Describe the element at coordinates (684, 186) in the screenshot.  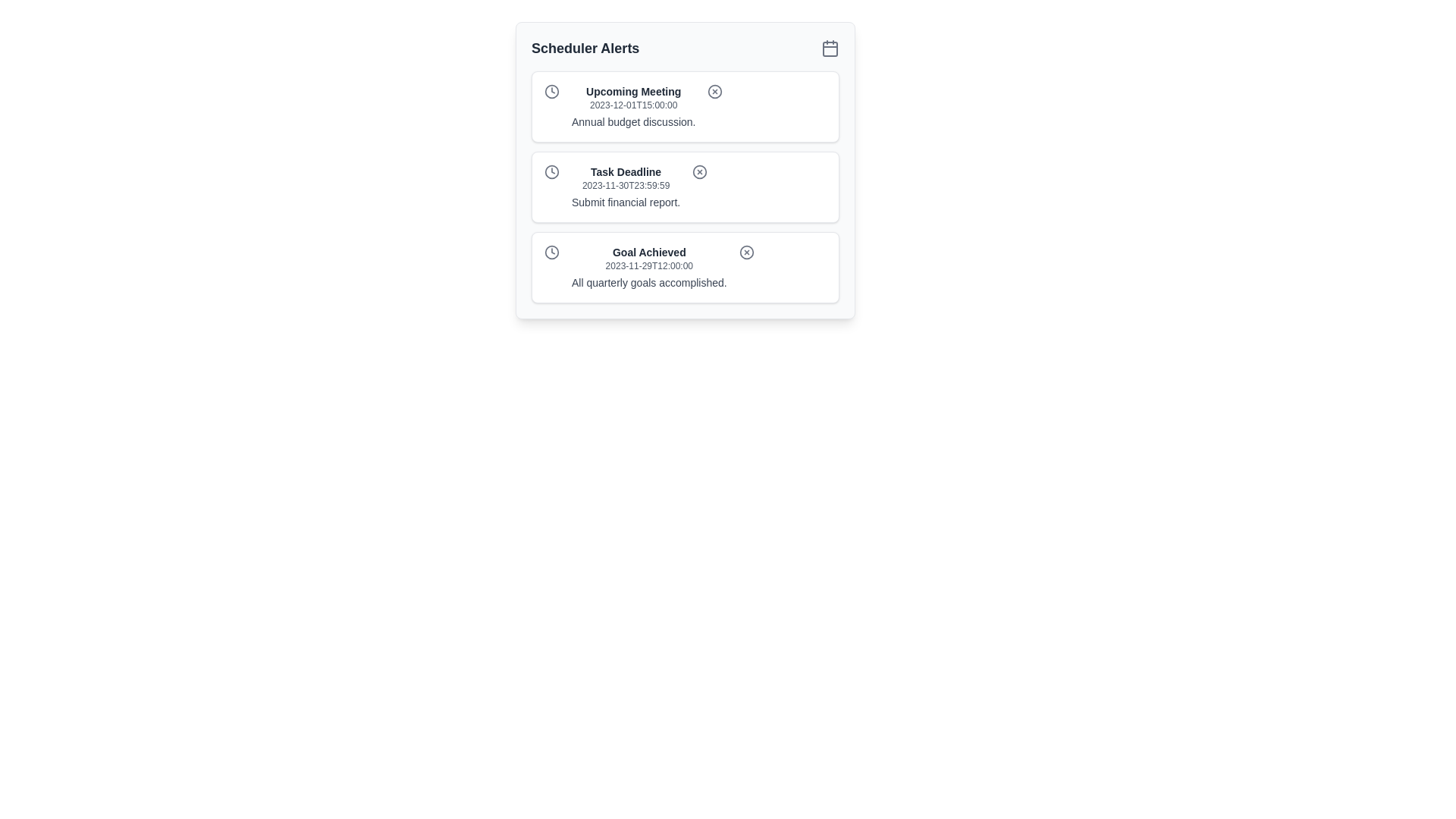
I see `the second informational card in the 'Scheduler Alerts' panel that displays a task deadline, positioned between 'Upcoming Meeting' and 'Goal Achieved'` at that location.